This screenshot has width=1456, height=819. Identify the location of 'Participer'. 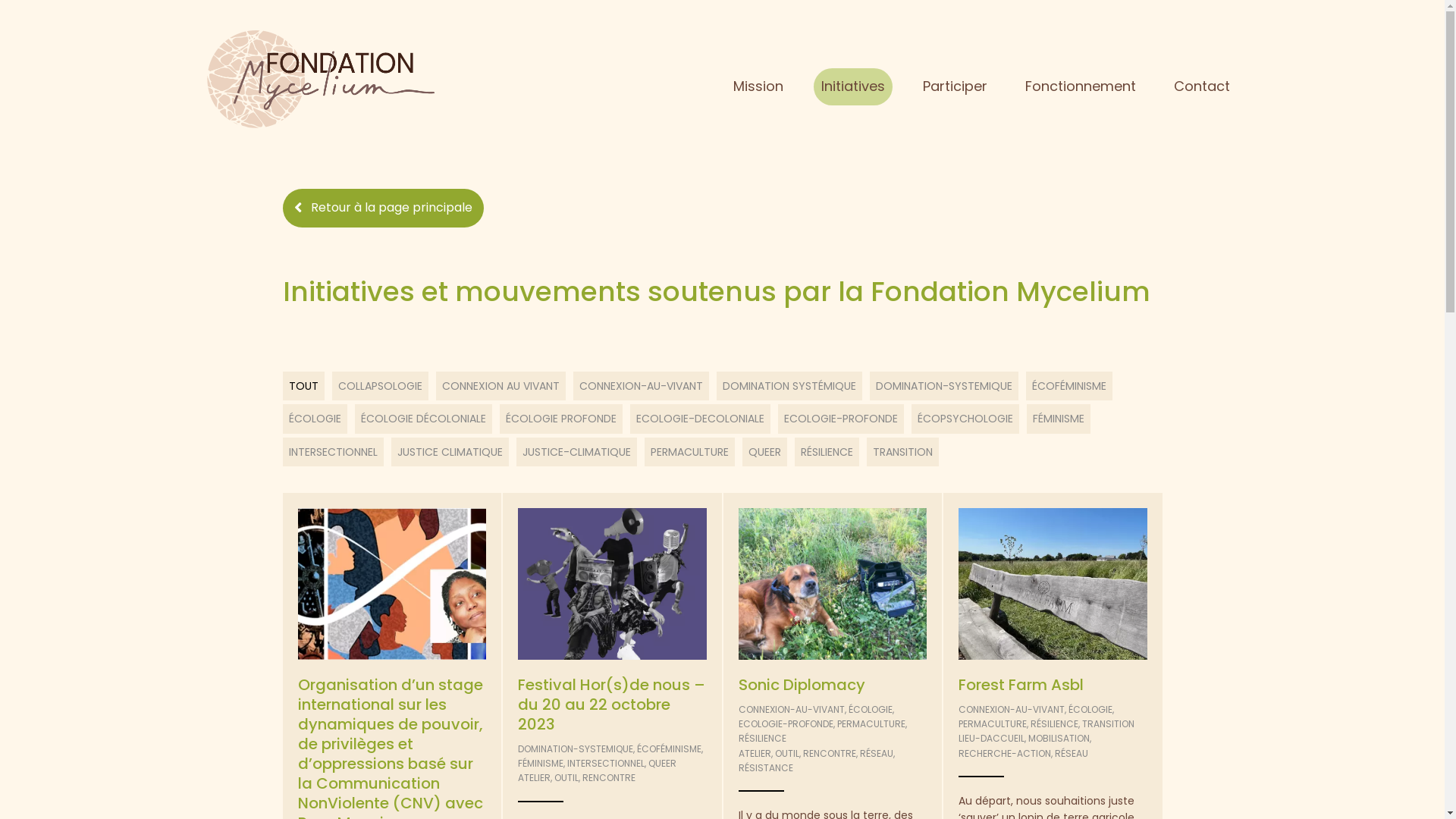
(954, 86).